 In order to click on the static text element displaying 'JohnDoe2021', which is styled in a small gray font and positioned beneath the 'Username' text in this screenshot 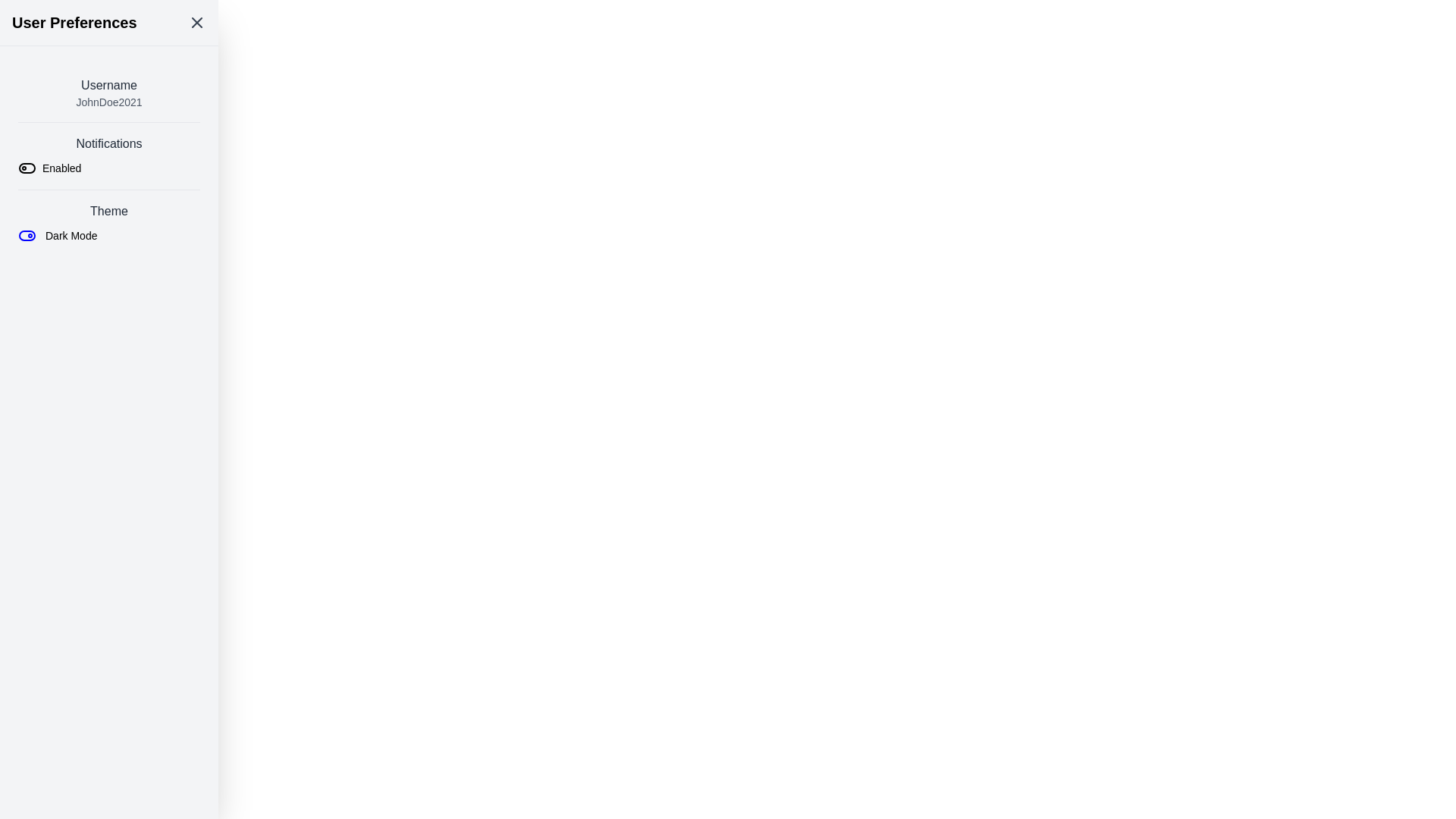, I will do `click(108, 102)`.